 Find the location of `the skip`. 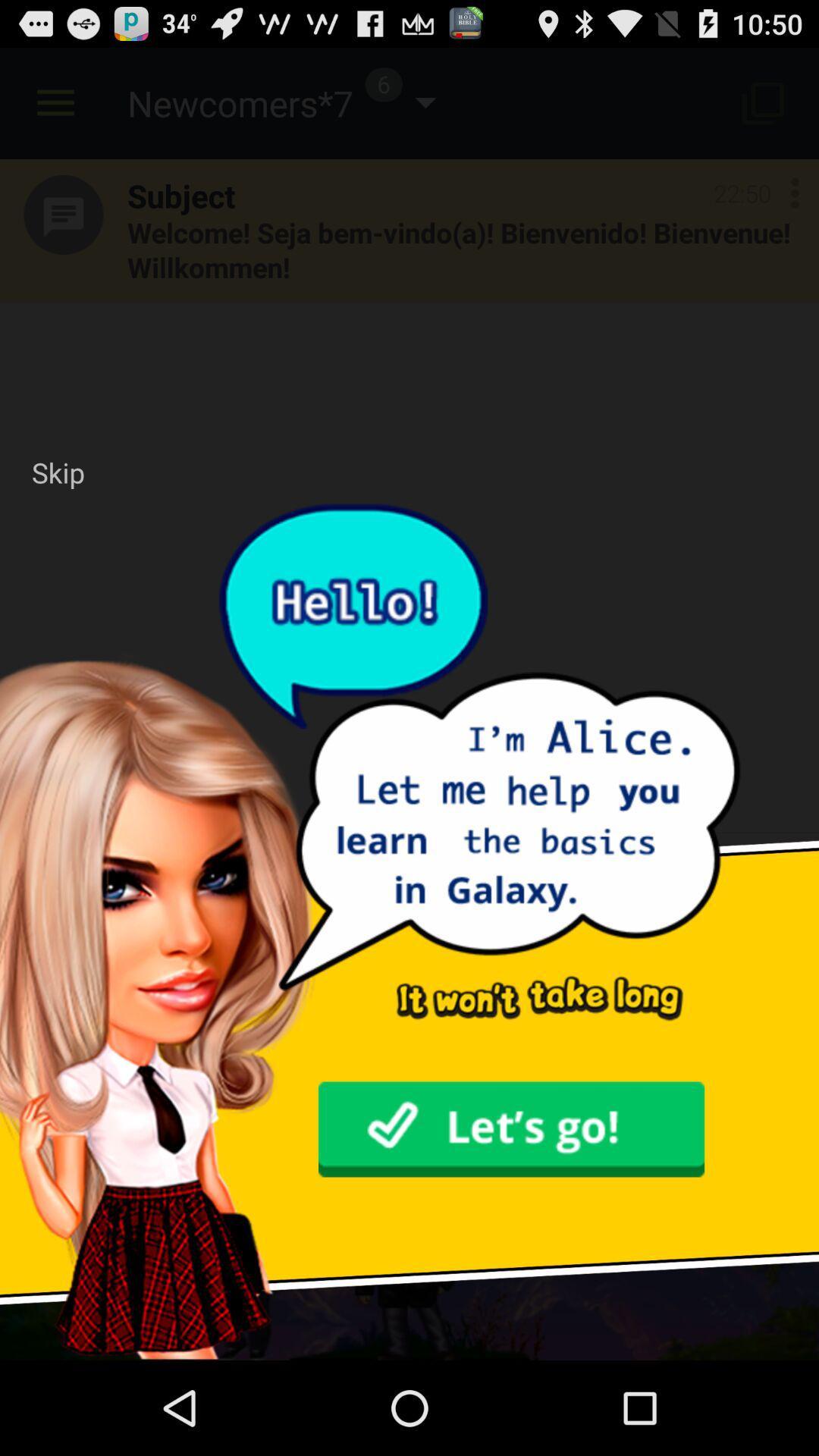

the skip is located at coordinates (57, 472).